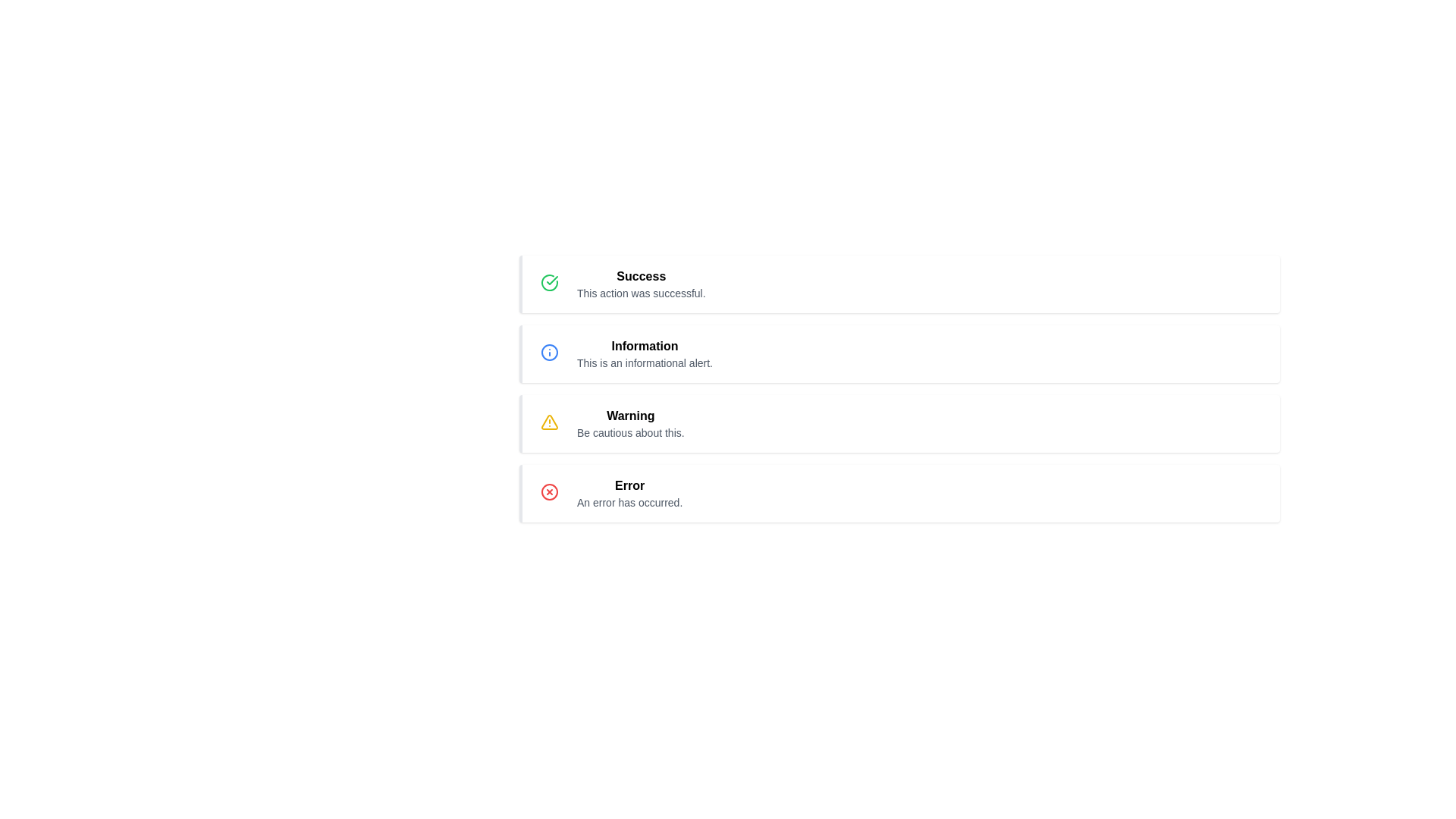 This screenshot has height=819, width=1456. I want to click on the Alert Box, which is the first item in a vertically stacked list of notifications indicating a successful action completion, so click(899, 284).